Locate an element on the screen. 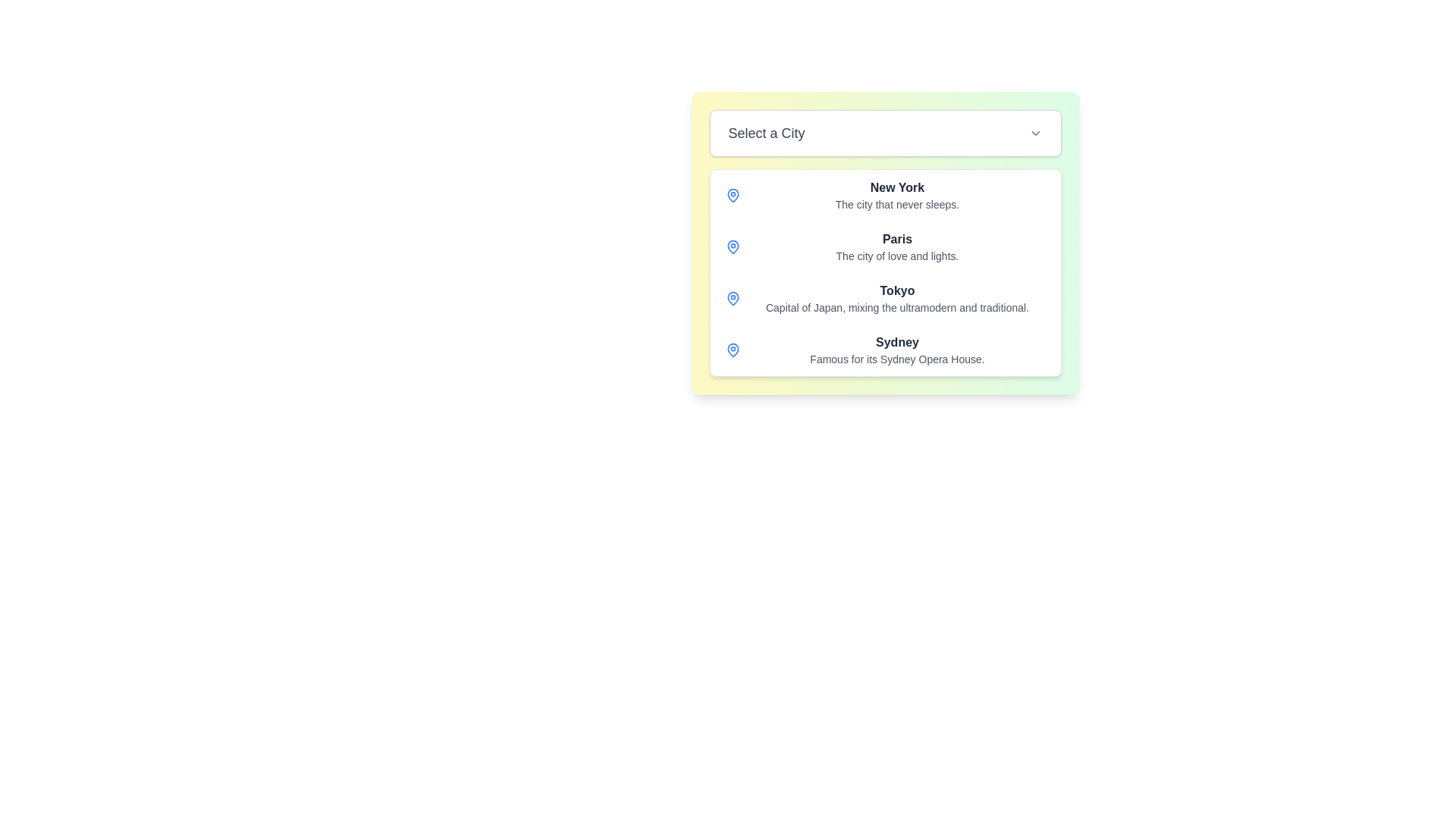 The width and height of the screenshot is (1456, 819). the icon that indicates the location-related context of the 'New York' list item in the dropdown menu is located at coordinates (733, 195).